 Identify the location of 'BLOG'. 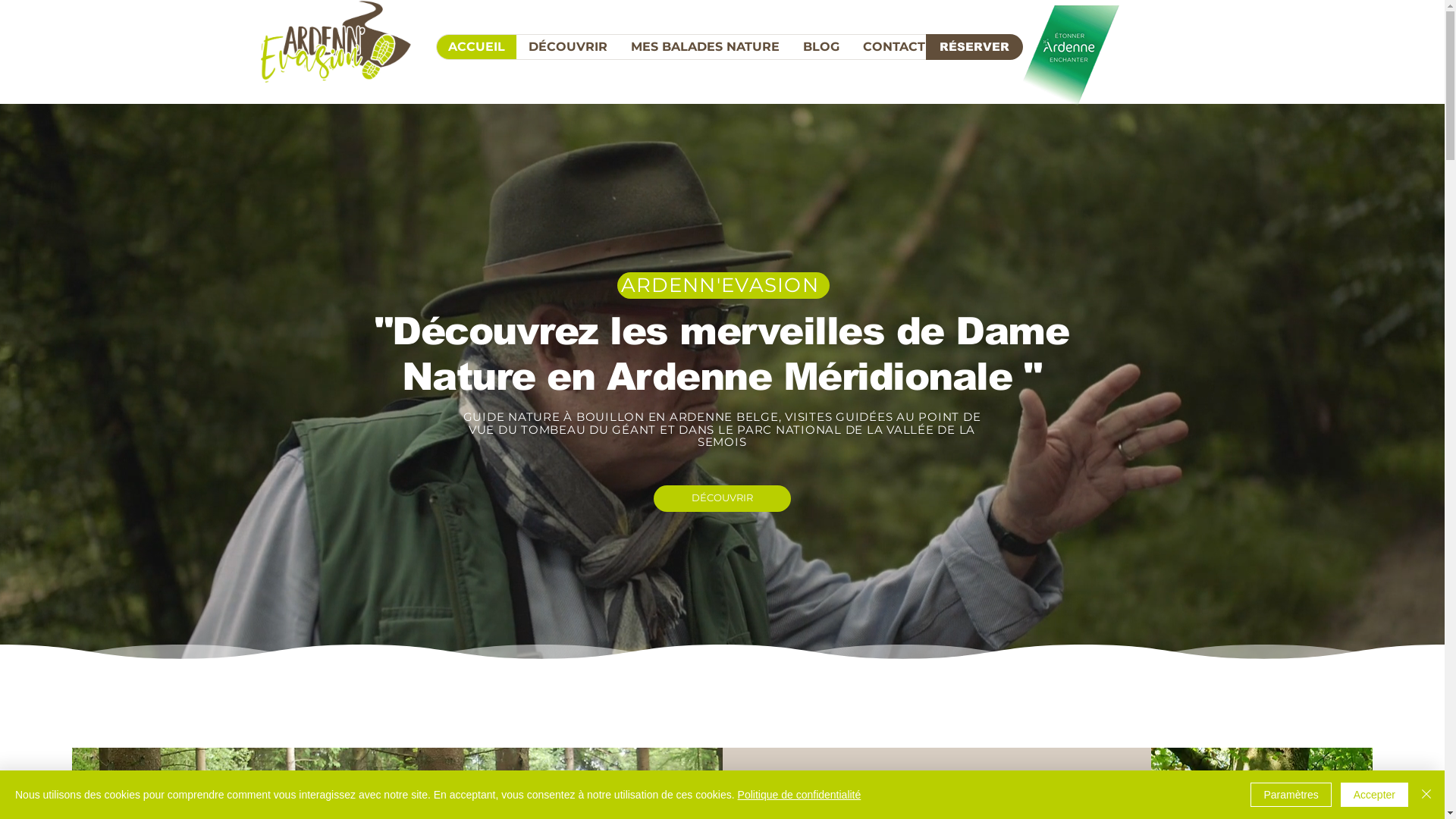
(819, 45).